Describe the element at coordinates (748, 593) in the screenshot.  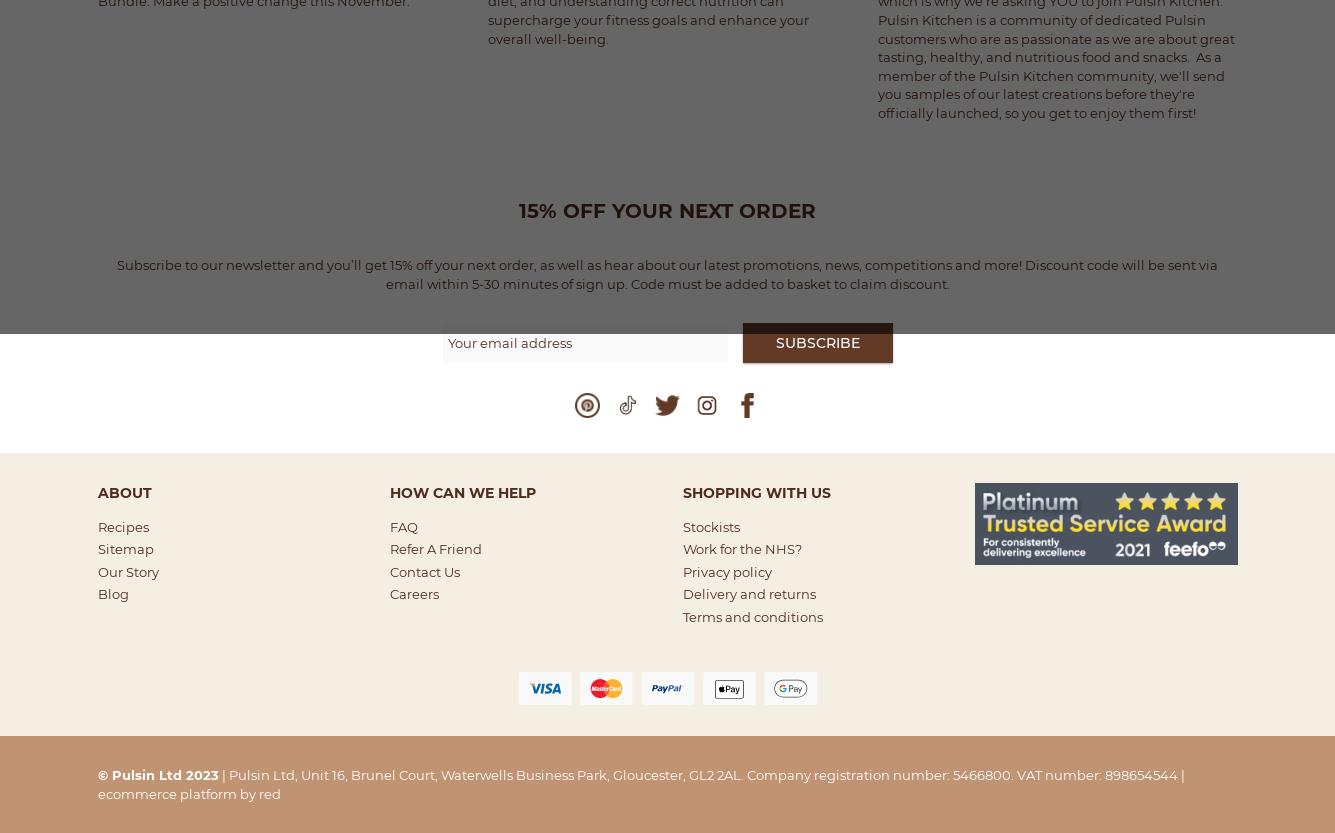
I see `'Delivery and returns'` at that location.